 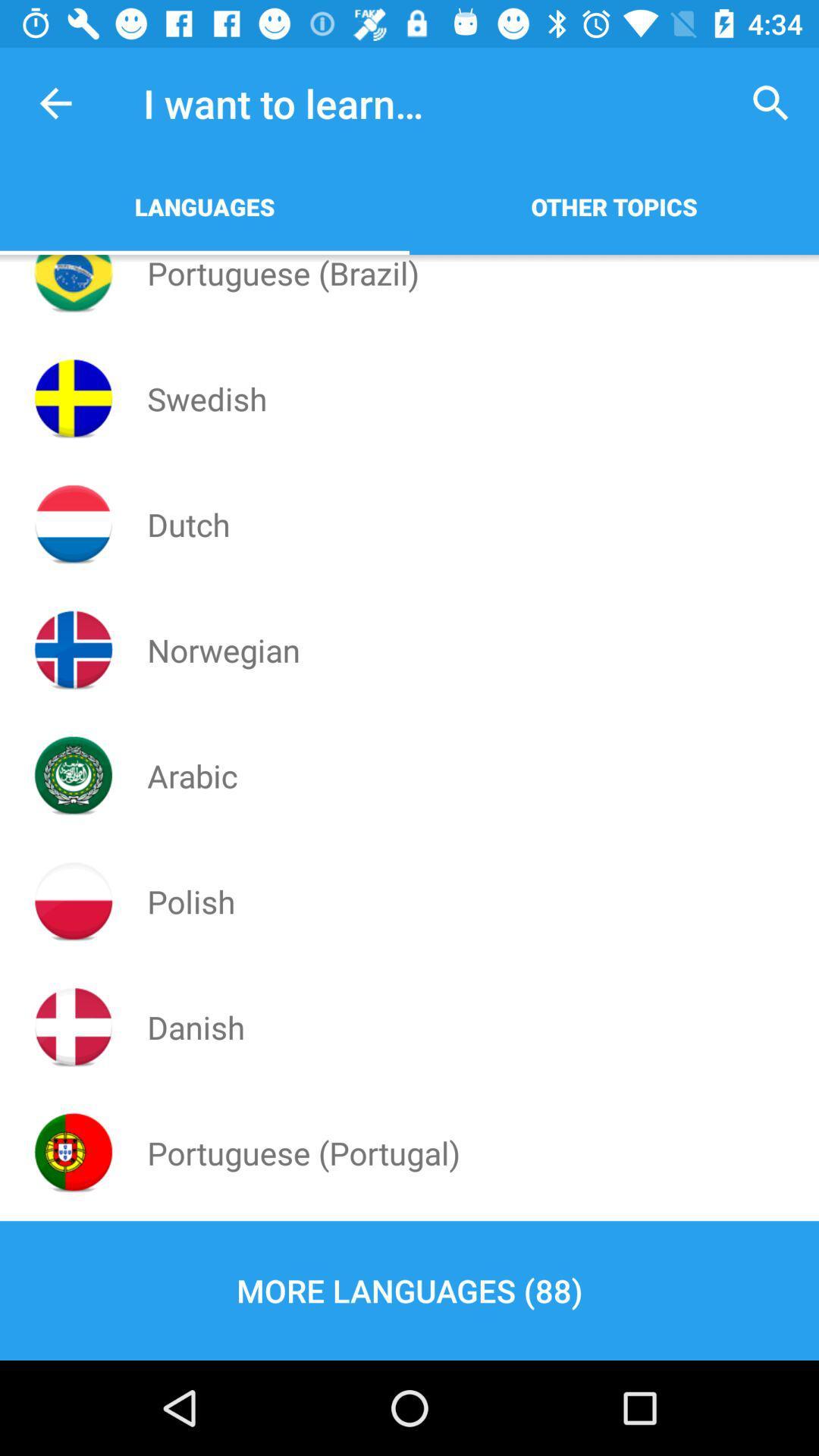 What do you see at coordinates (55, 102) in the screenshot?
I see `the item next to the i want to` at bounding box center [55, 102].